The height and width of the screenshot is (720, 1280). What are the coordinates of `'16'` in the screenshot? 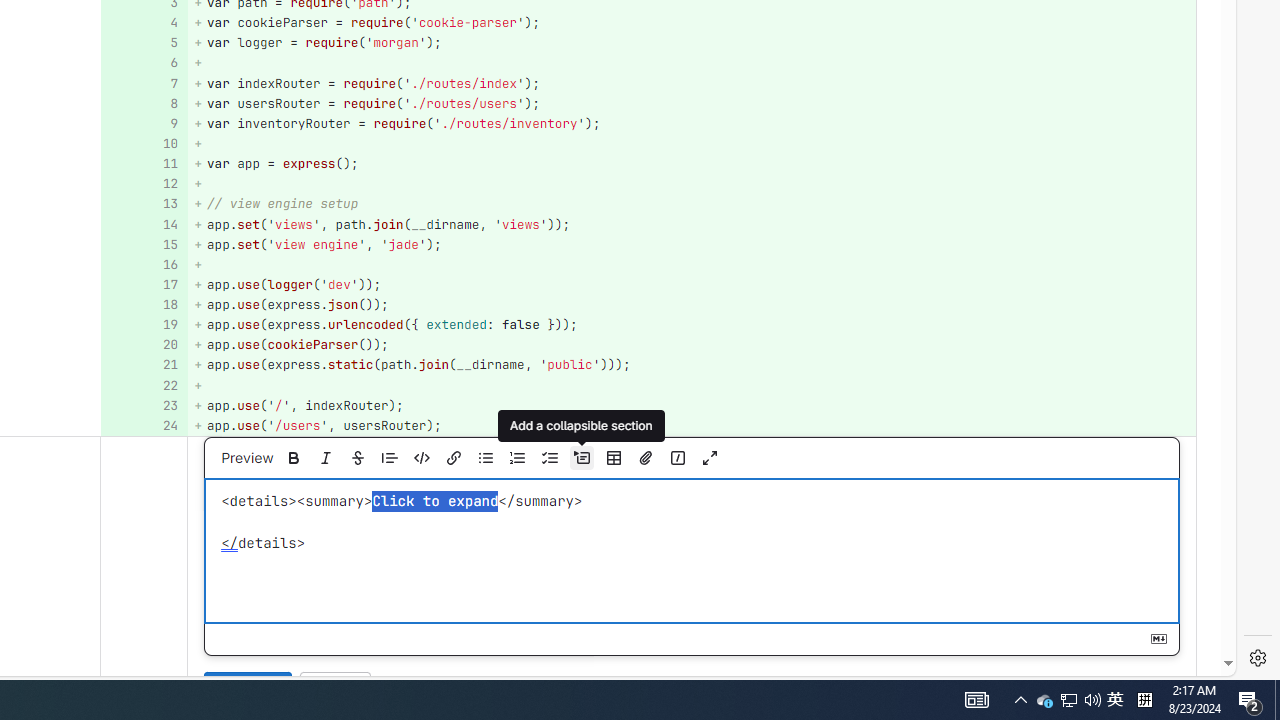 It's located at (141, 263).